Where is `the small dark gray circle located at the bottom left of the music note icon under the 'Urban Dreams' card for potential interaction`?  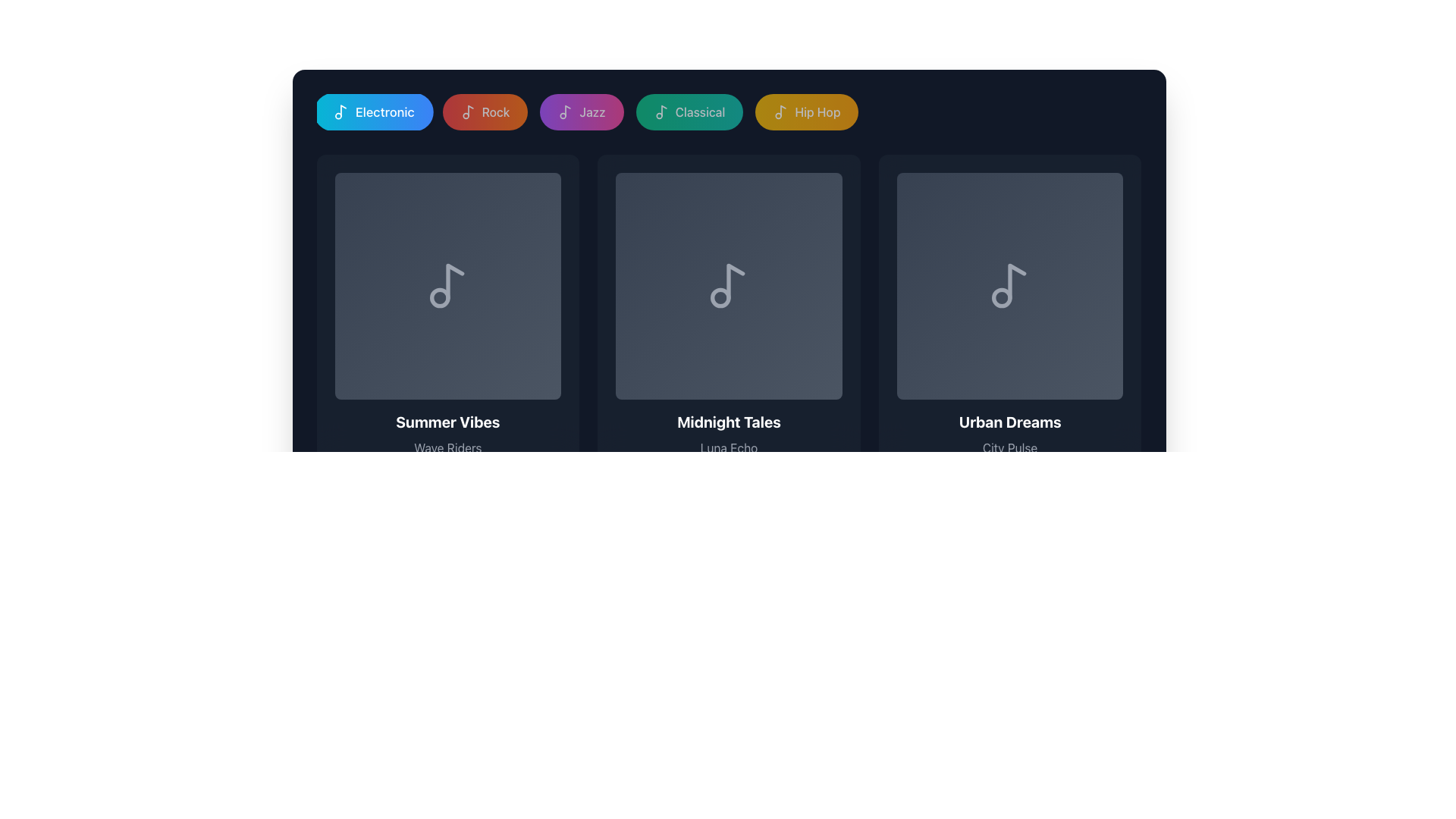
the small dark gray circle located at the bottom left of the music note icon under the 'Urban Dreams' card for potential interaction is located at coordinates (1002, 298).